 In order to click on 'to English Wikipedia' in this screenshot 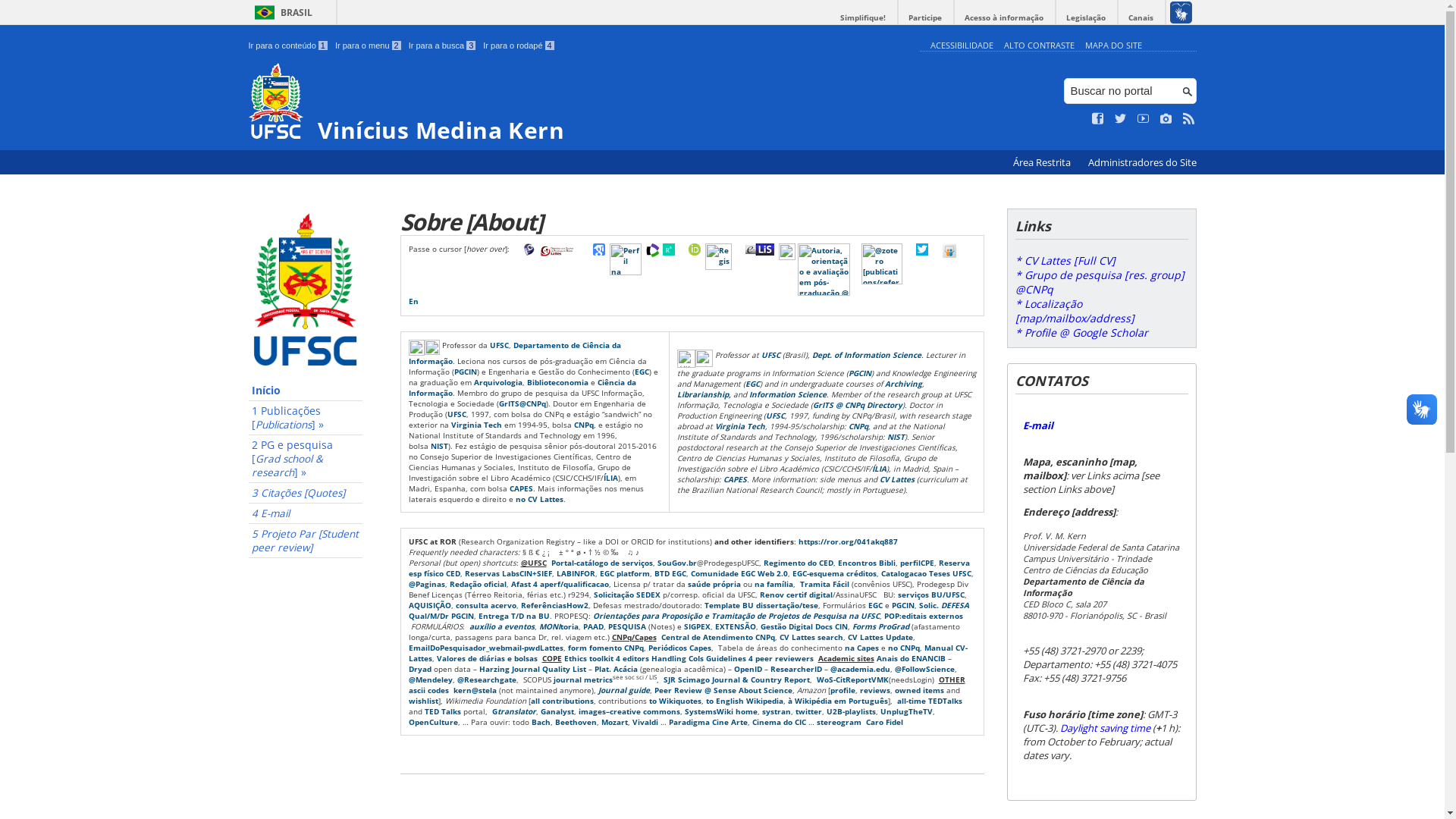, I will do `click(743, 701)`.